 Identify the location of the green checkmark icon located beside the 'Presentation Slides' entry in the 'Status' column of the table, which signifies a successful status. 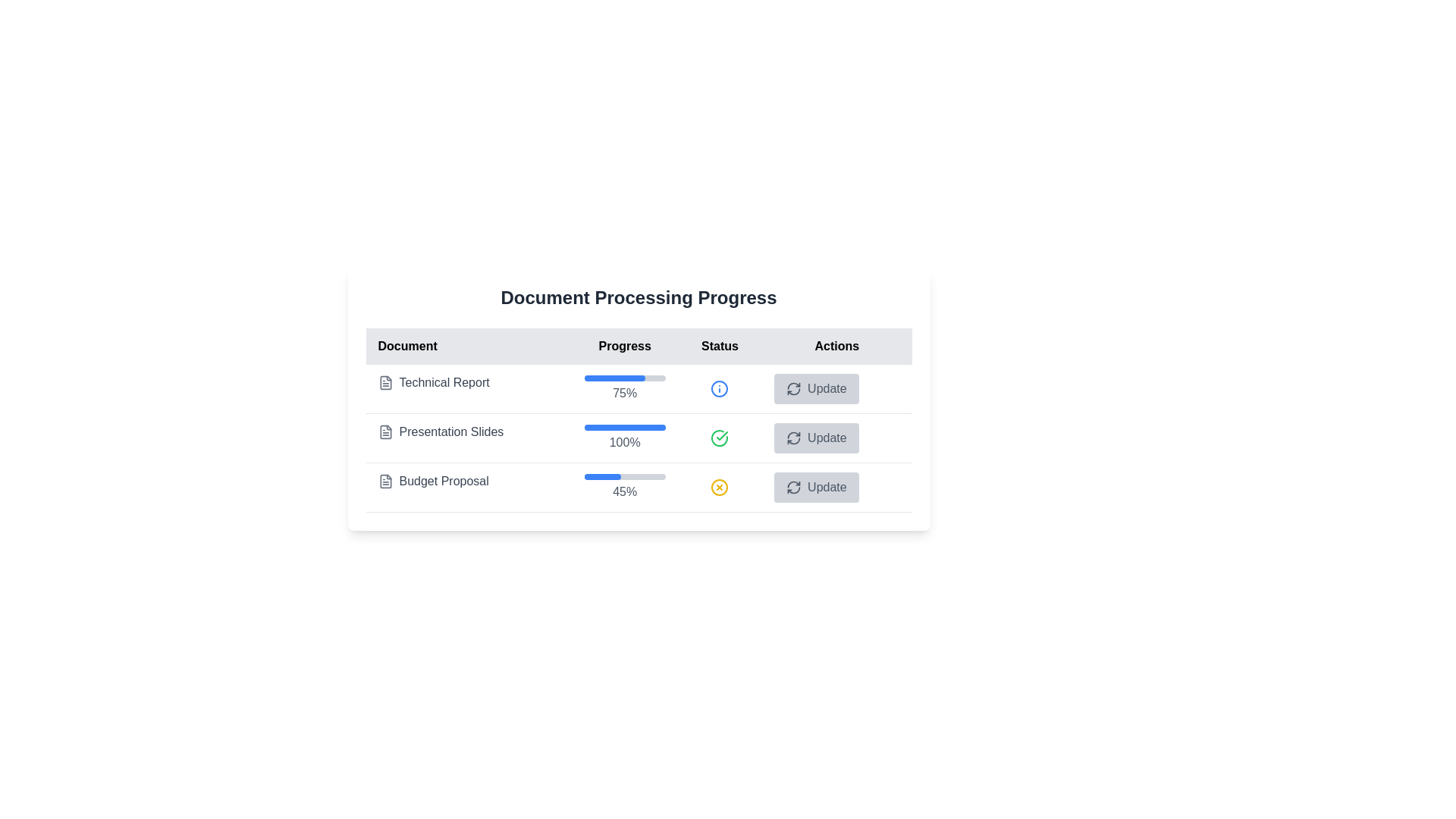
(721, 435).